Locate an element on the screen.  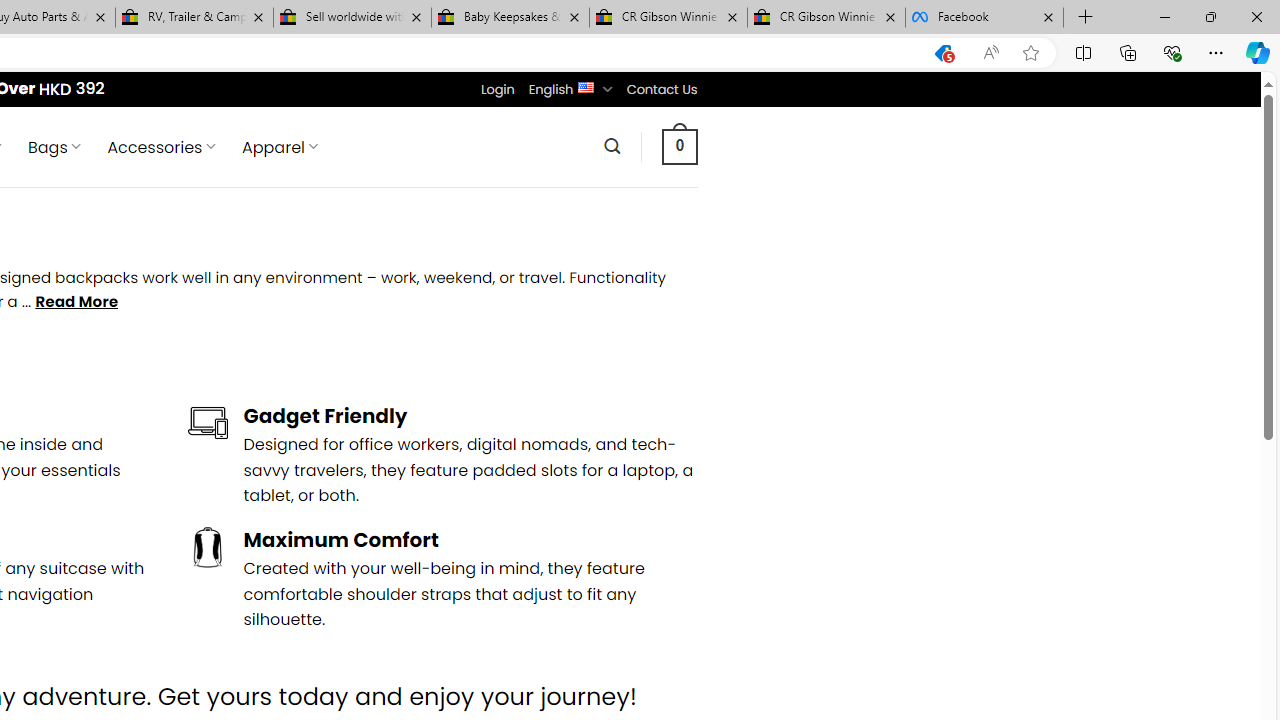
'English' is located at coordinates (585, 85).